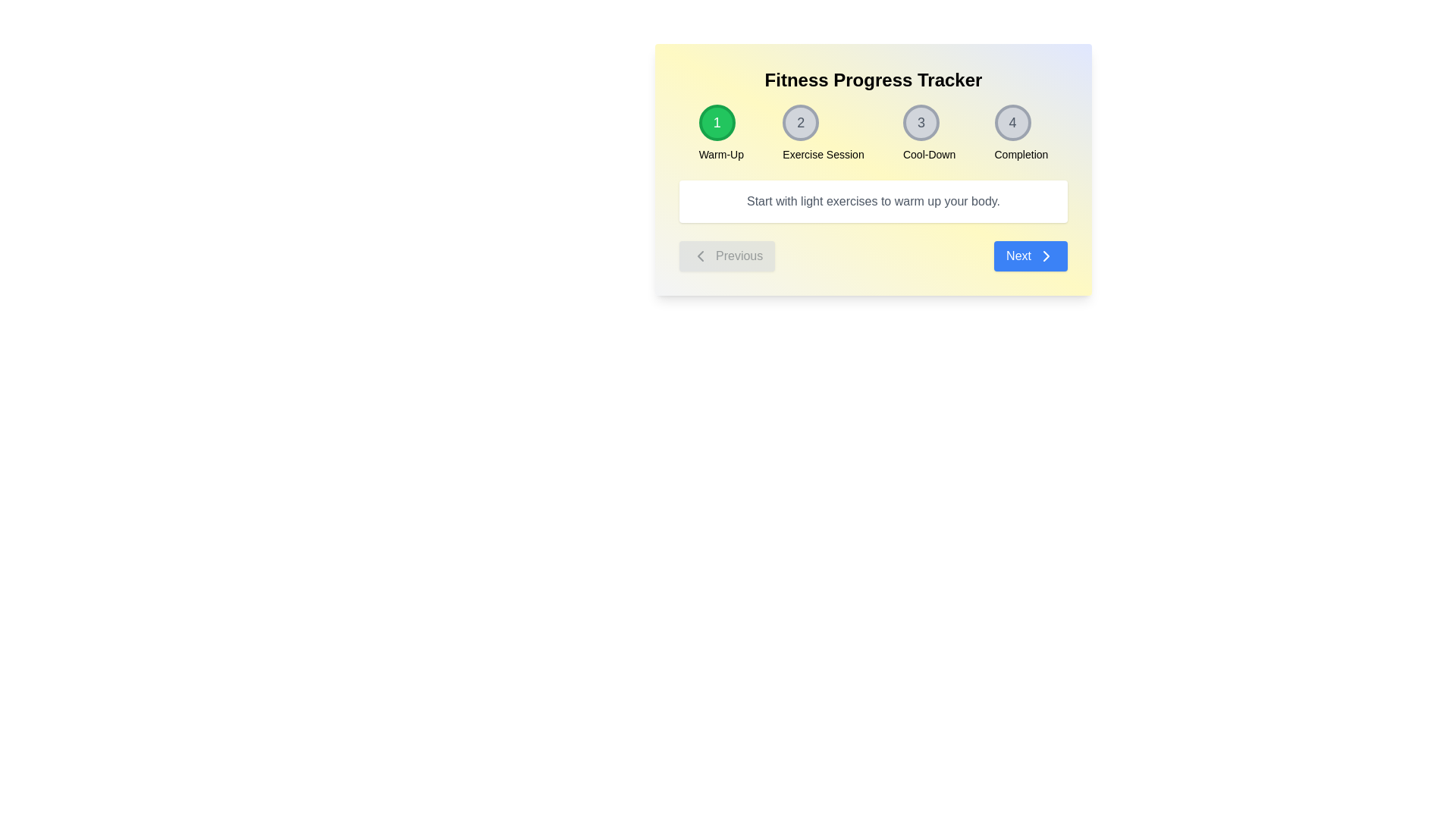 This screenshot has width=1456, height=819. What do you see at coordinates (800, 122) in the screenshot?
I see `the second step indicator text label located within a light gray circular region bordered by a darker gray ring, positioned horizontally near the top of the interface` at bounding box center [800, 122].